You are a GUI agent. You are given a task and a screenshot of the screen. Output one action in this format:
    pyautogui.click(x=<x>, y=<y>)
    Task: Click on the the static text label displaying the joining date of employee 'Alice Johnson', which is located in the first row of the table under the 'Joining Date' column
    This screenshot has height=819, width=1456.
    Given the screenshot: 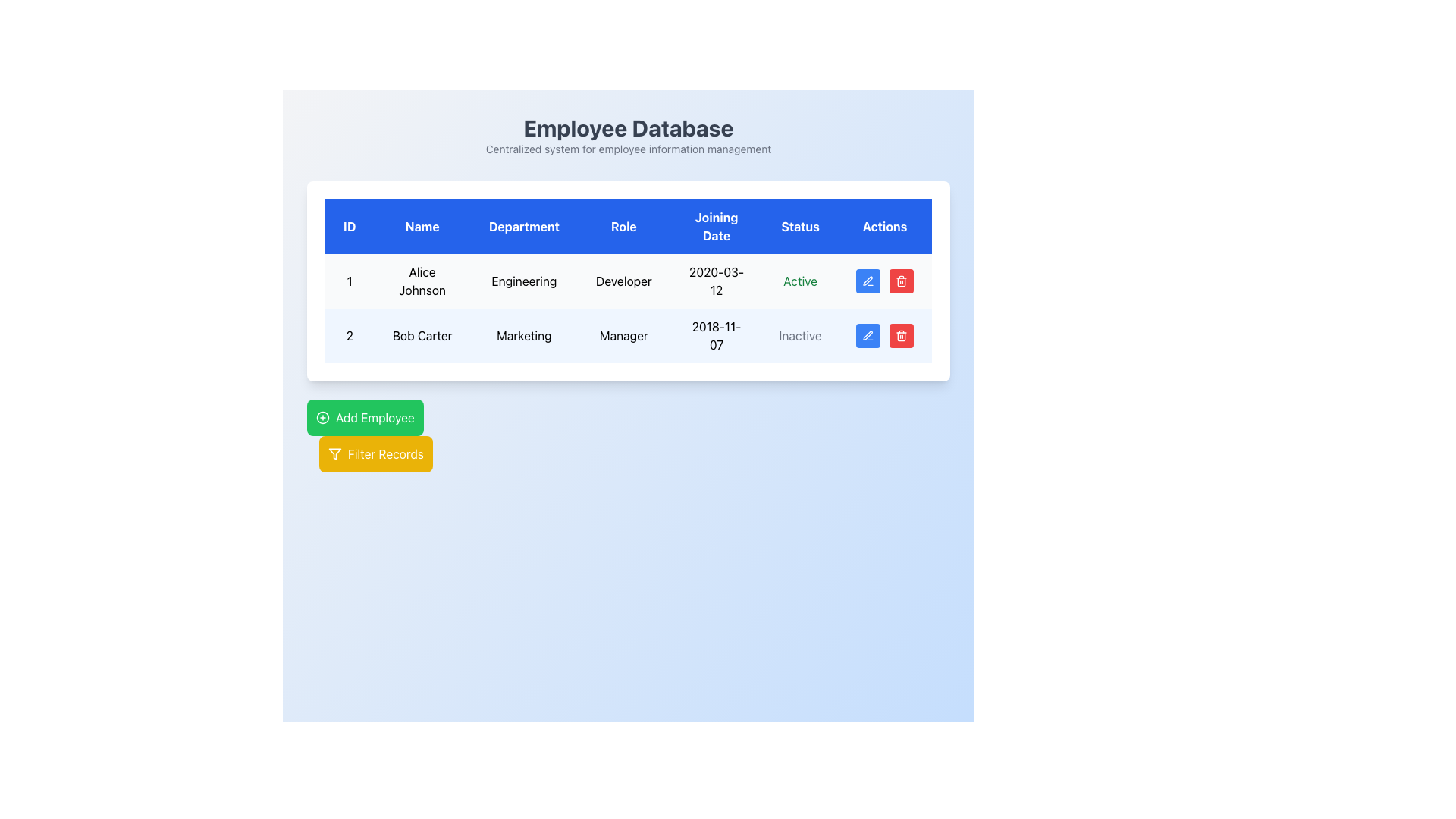 What is the action you would take?
    pyautogui.click(x=716, y=281)
    